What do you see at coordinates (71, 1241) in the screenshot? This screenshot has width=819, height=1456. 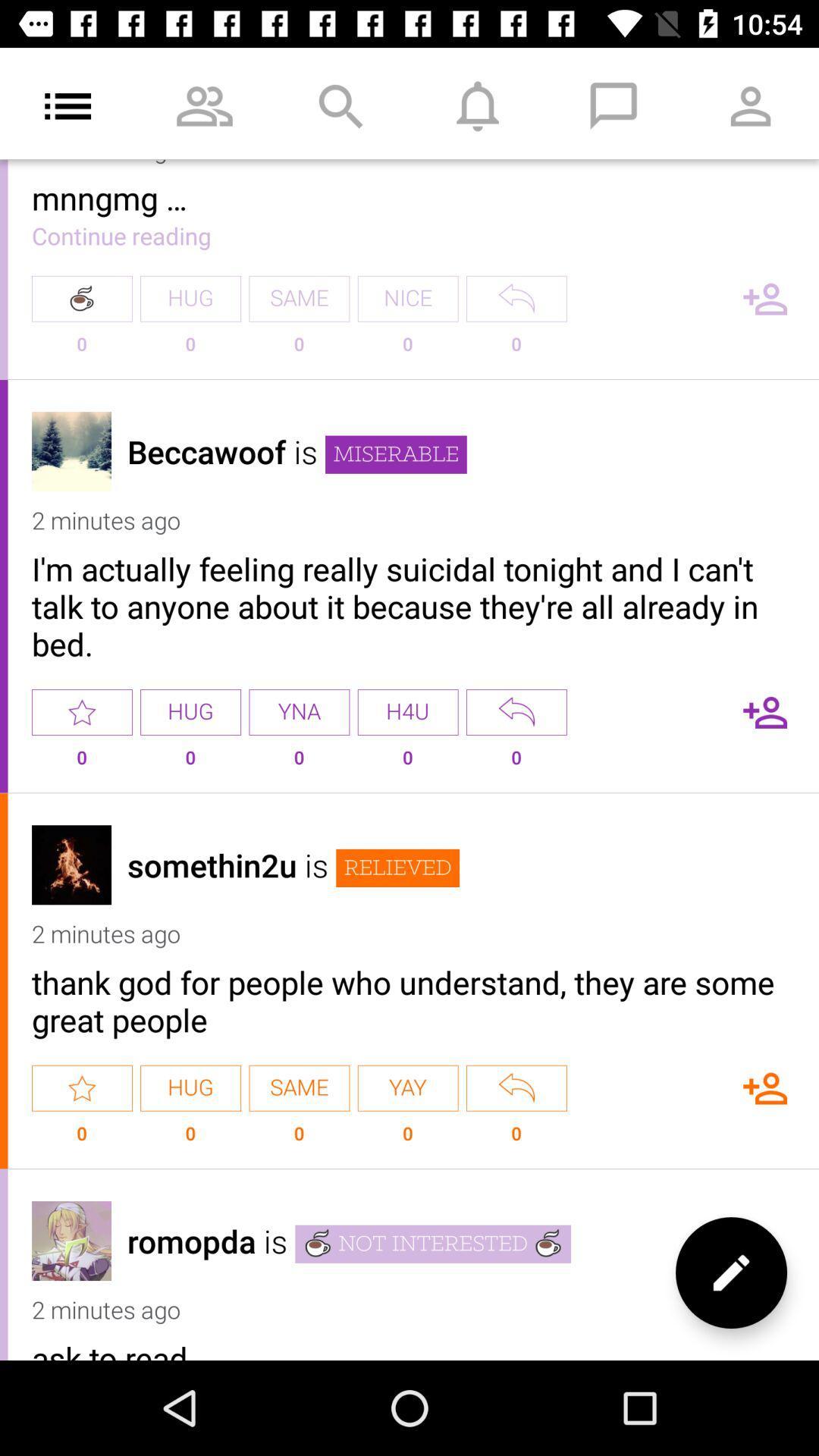 I see `profile` at bounding box center [71, 1241].